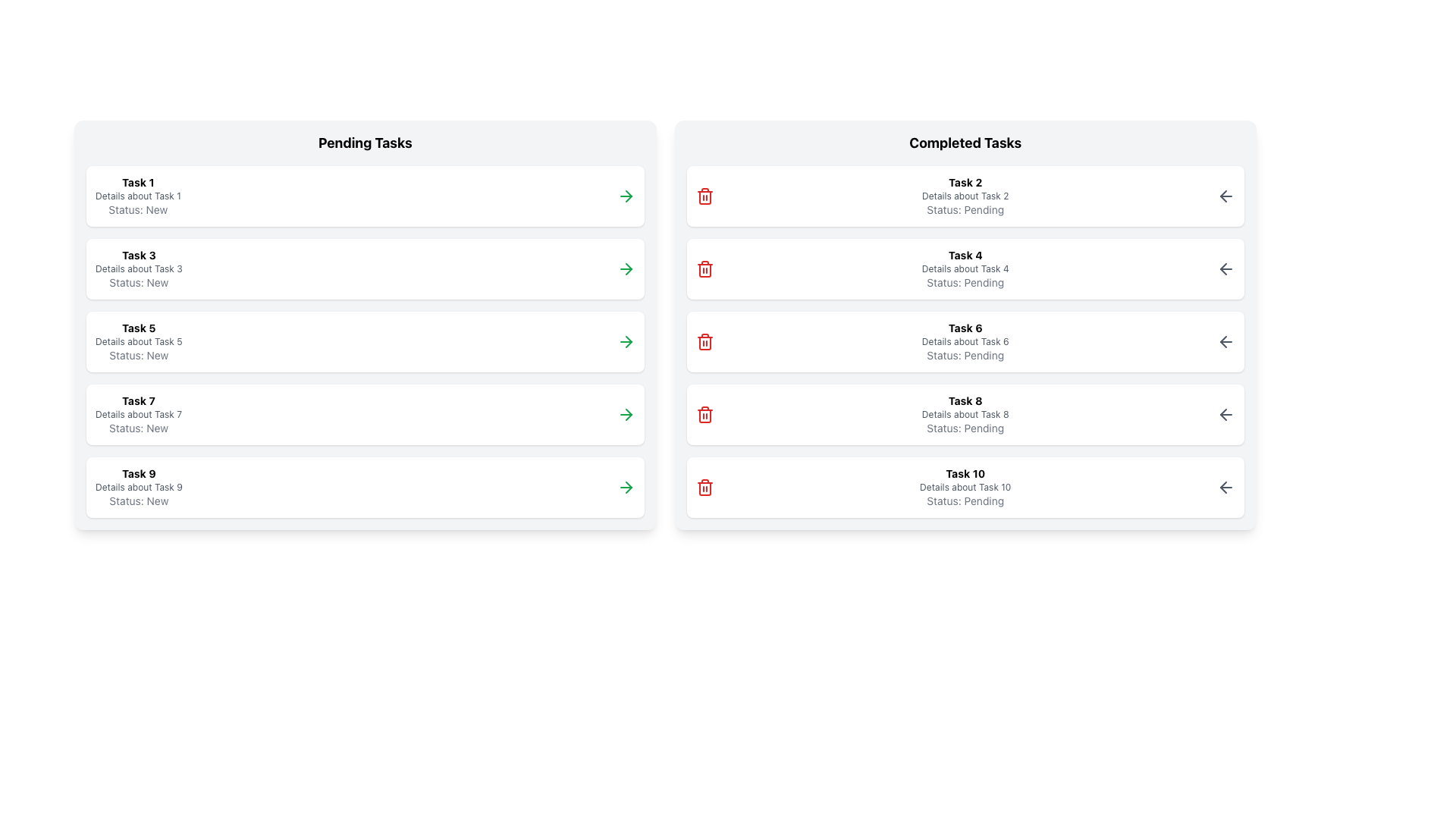 The width and height of the screenshot is (1456, 819). I want to click on the left arrow icon located at the rightmost position of the card labeled 'Task 10' in the 'Completed Tasks' section, so click(1226, 488).